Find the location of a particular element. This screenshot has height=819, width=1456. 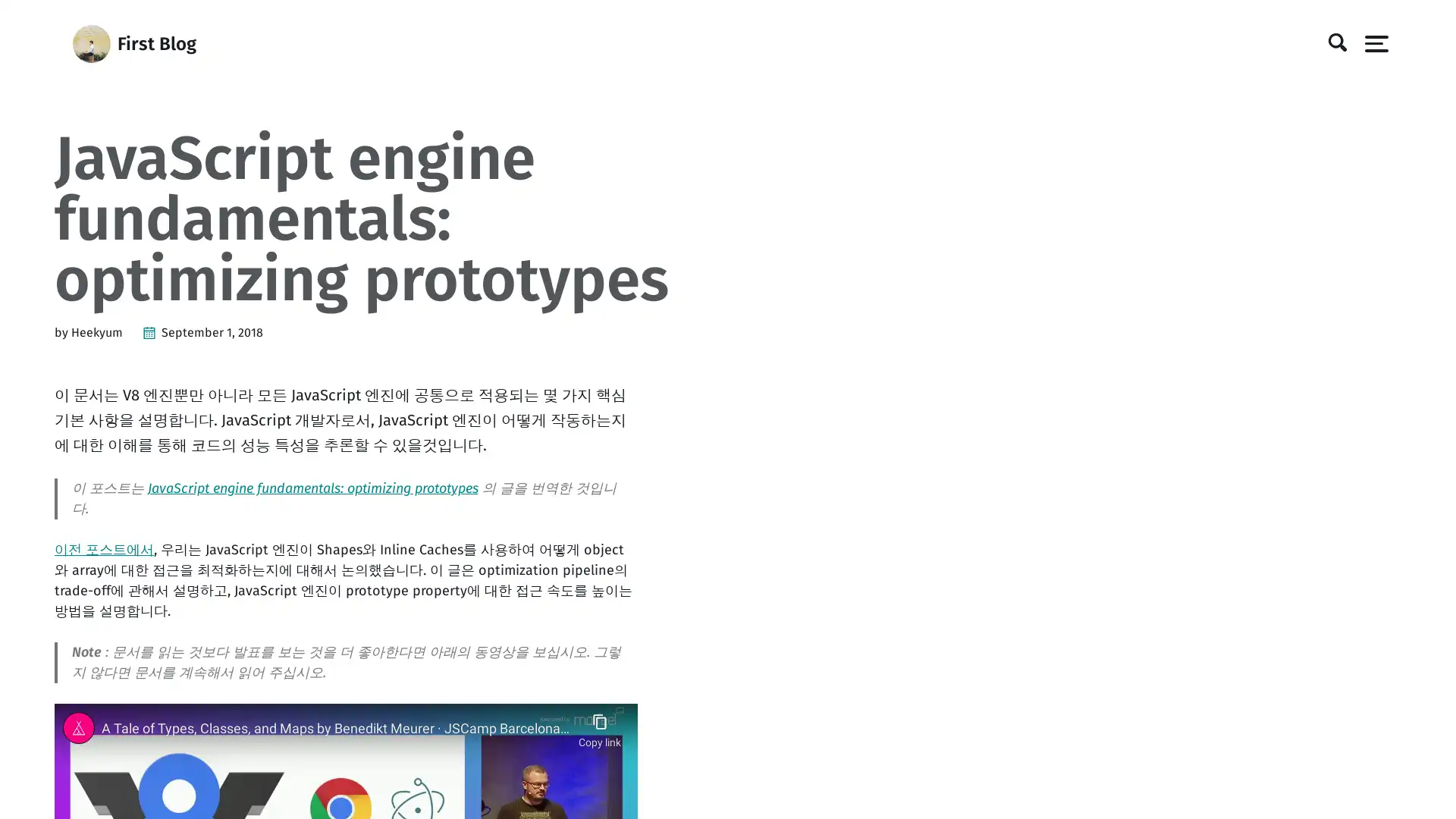

Menu is located at coordinates (1371, 42).